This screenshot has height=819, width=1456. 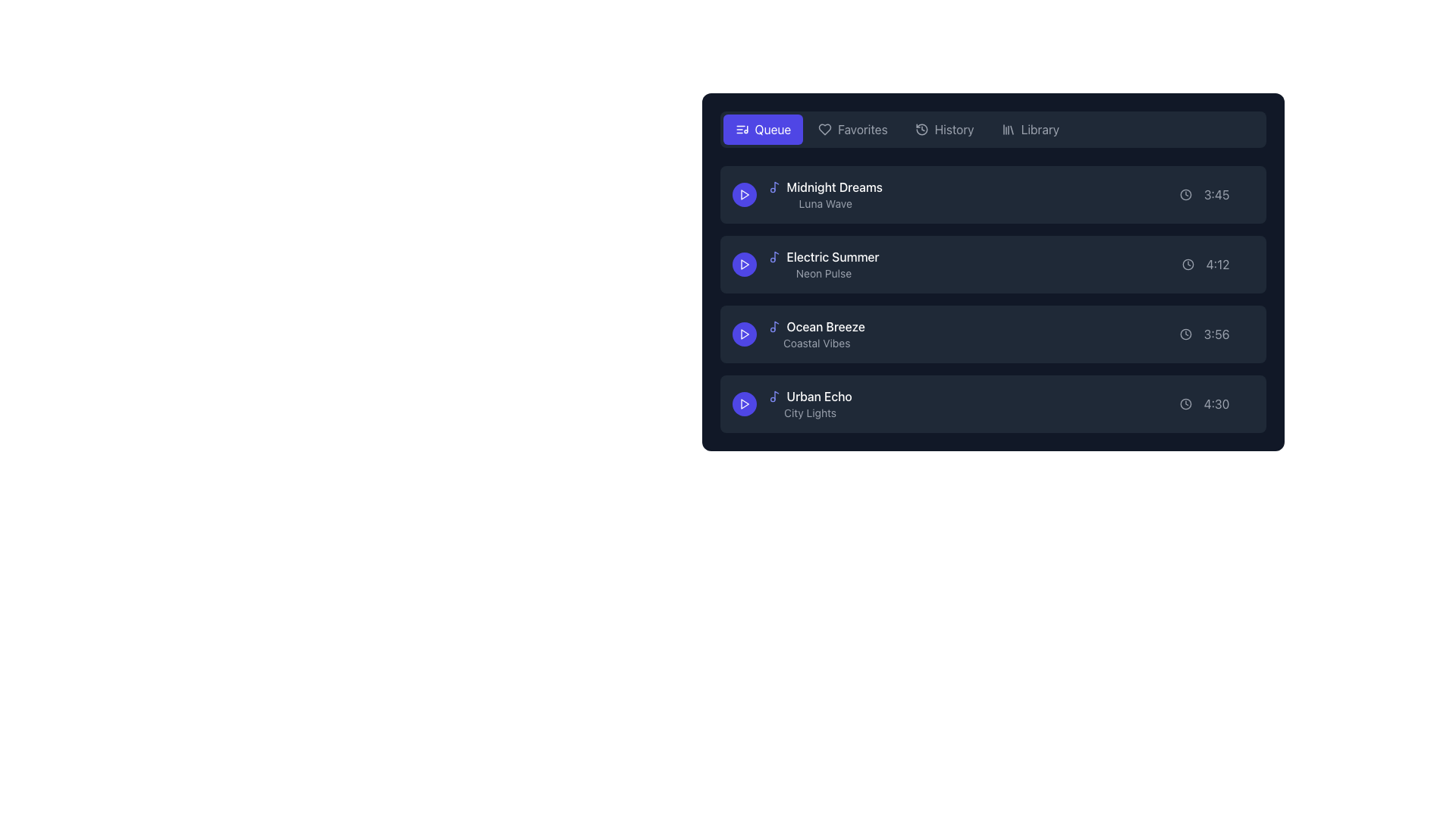 I want to click on the vertical line of the music note icon's stem, which is part of the circular shape forming the note's body, so click(x=776, y=255).